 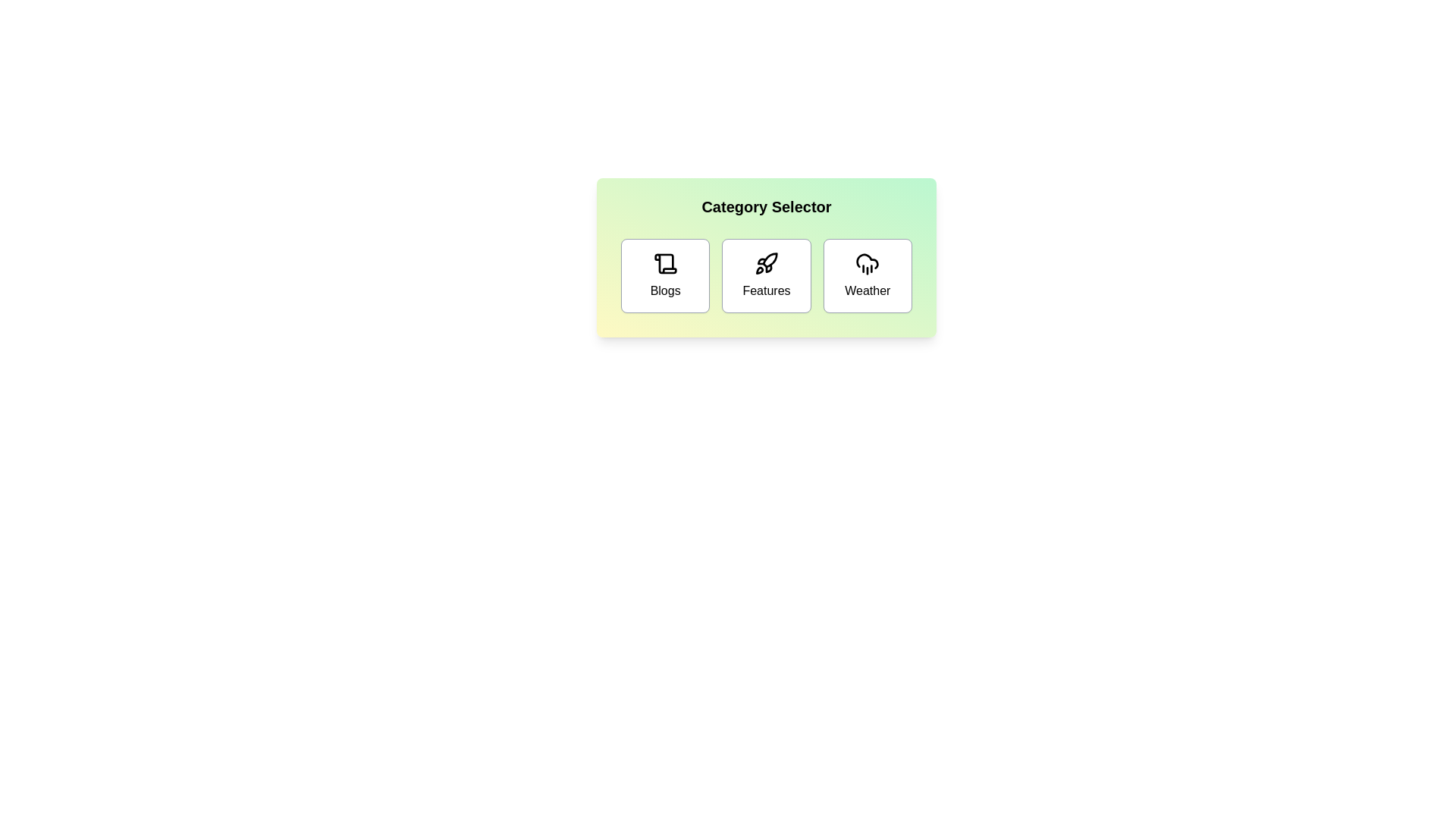 I want to click on the category button labeled 'Features' to view its hover effects, so click(x=767, y=275).